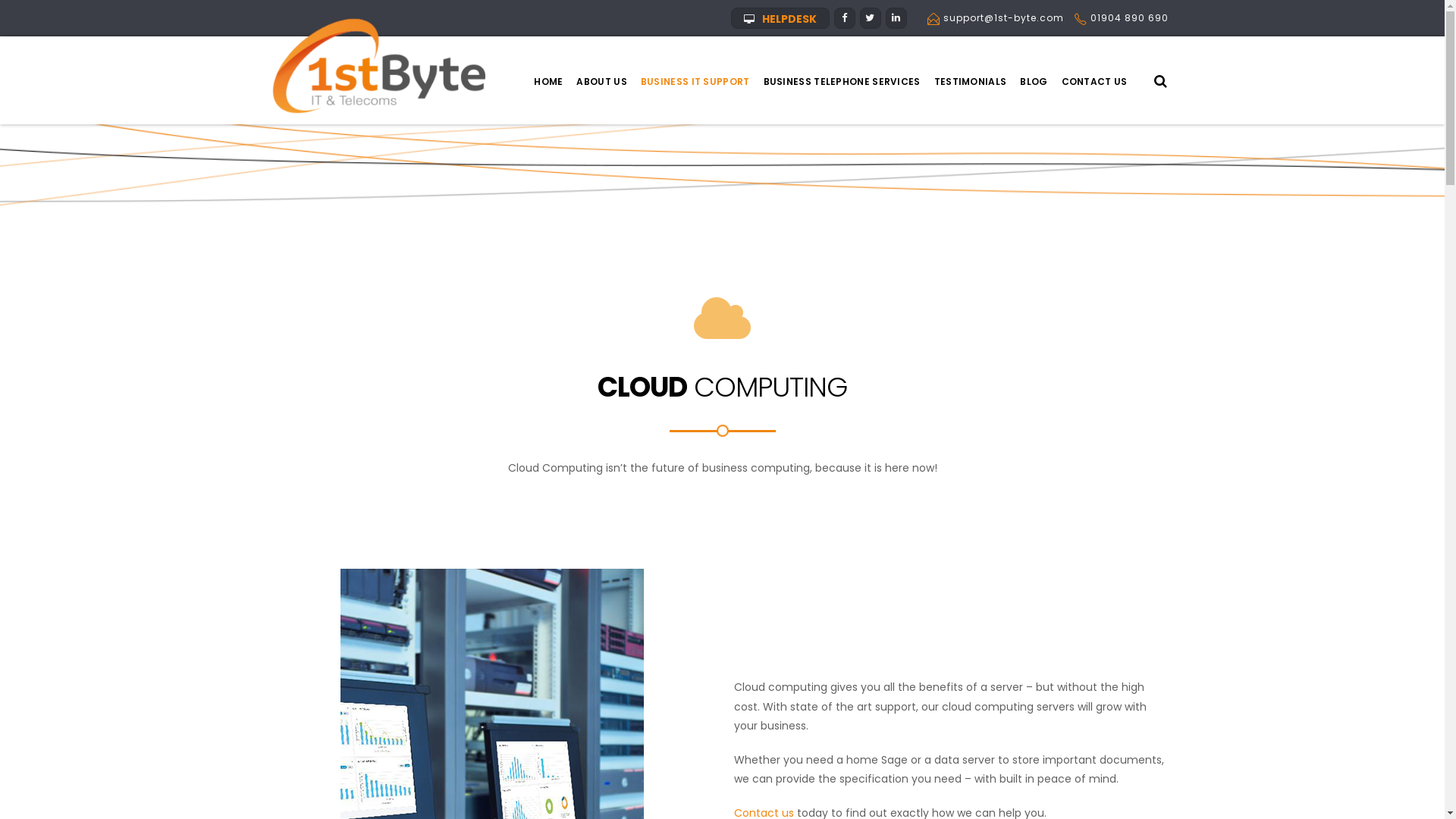 This screenshot has width=1456, height=819. I want to click on 'HOME', so click(527, 82).